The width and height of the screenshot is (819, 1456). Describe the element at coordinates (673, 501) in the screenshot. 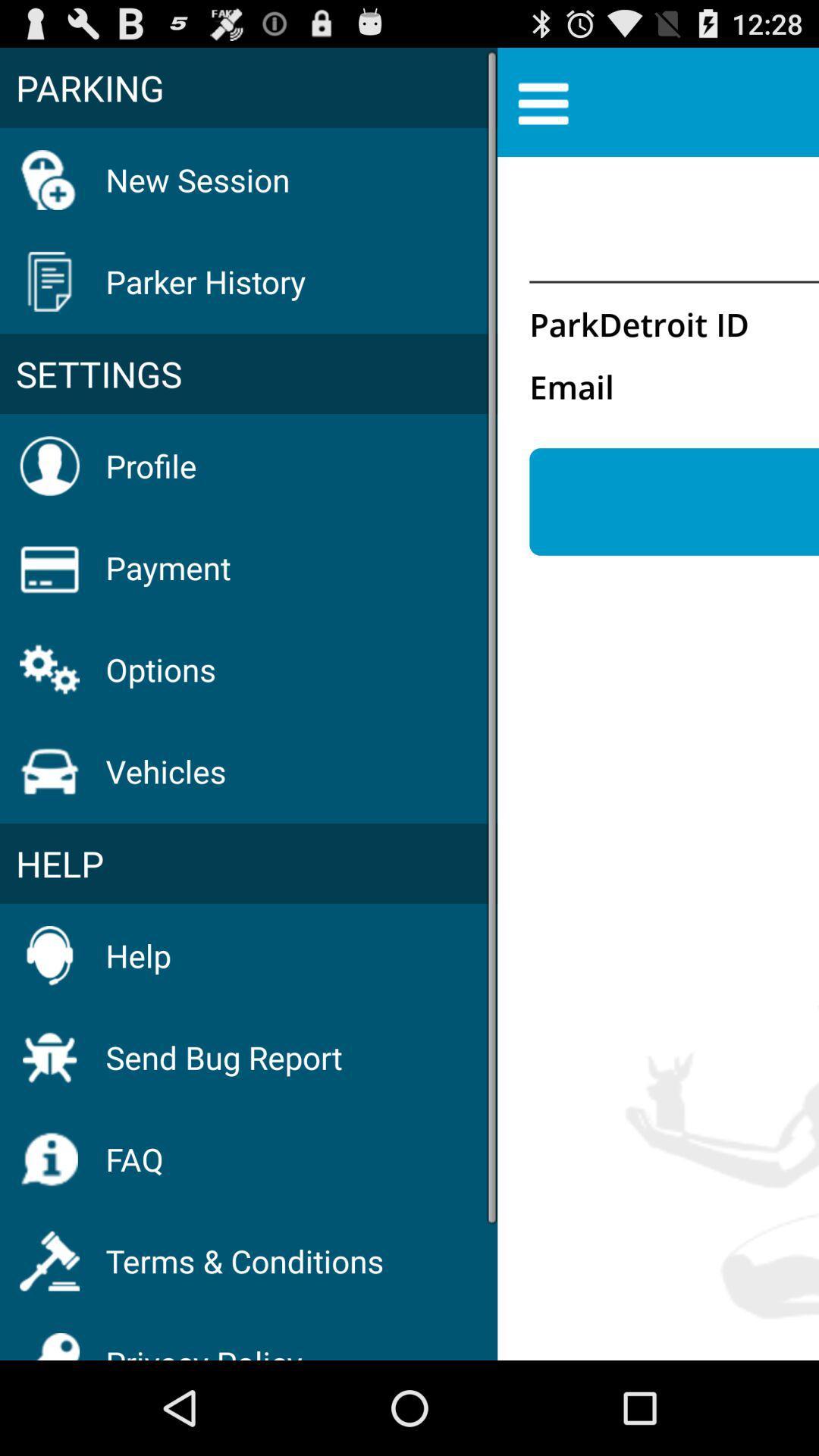

I see `the button on the right` at that location.